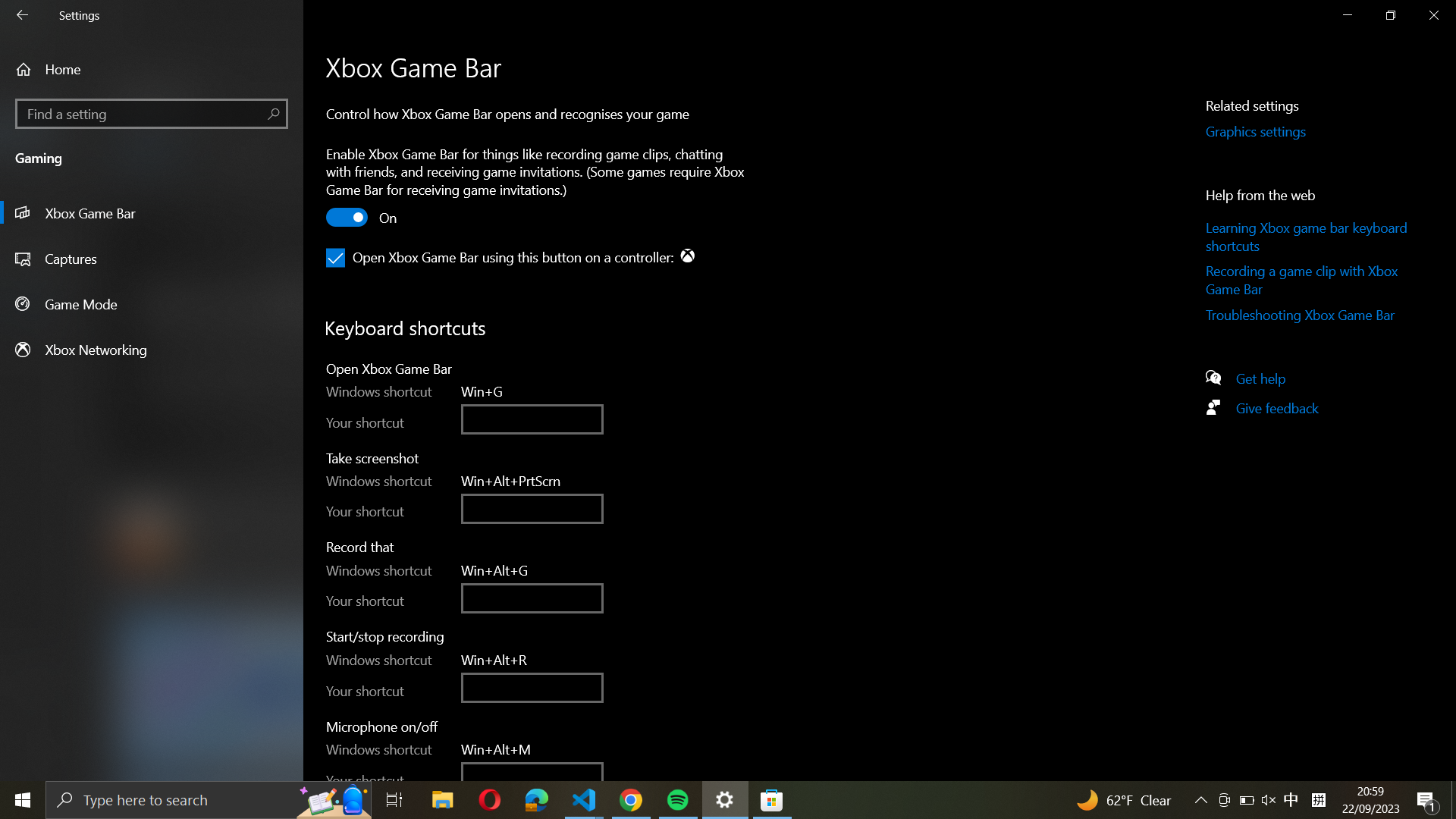 The width and height of the screenshot is (1456, 819). What do you see at coordinates (152, 69) in the screenshot?
I see `the Home page in settings through the house-shaped icon` at bounding box center [152, 69].